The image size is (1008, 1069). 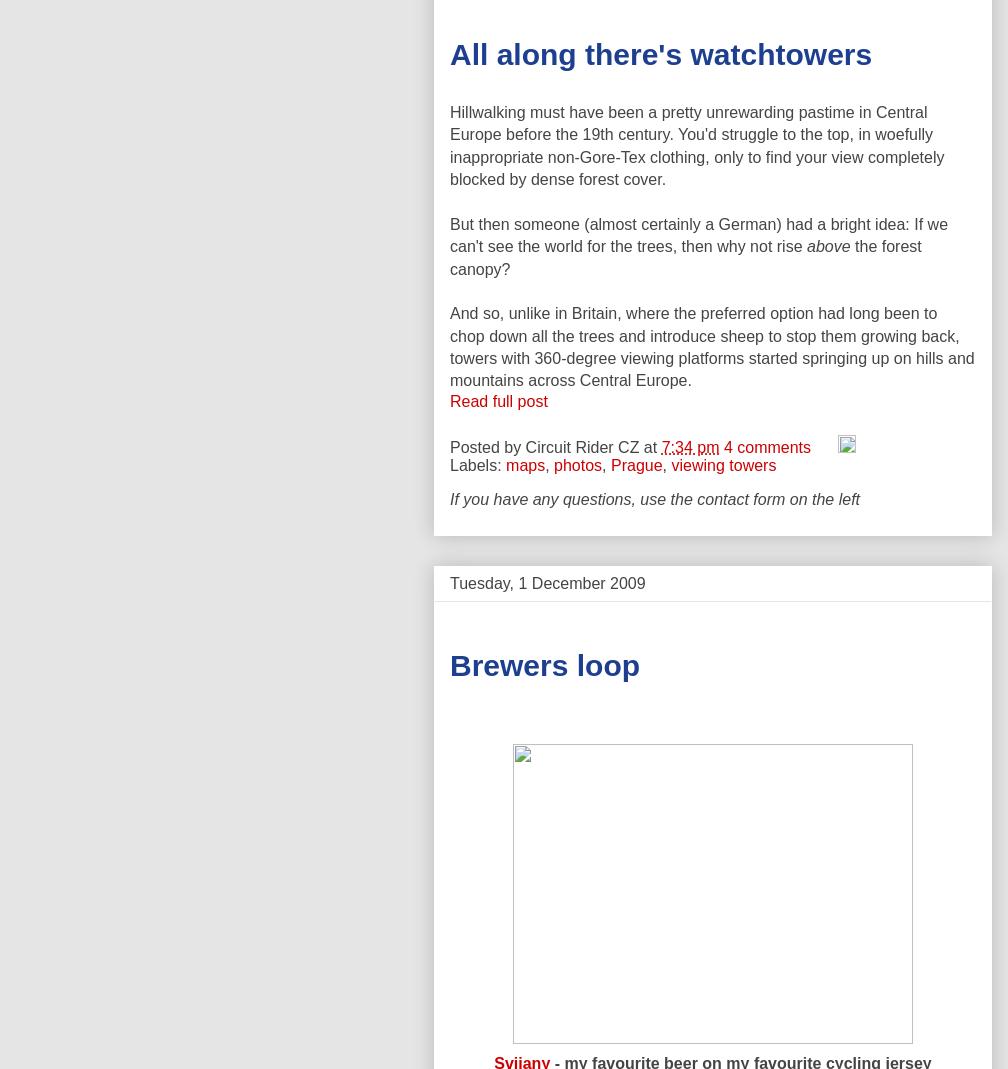 What do you see at coordinates (636, 463) in the screenshot?
I see `'Prague'` at bounding box center [636, 463].